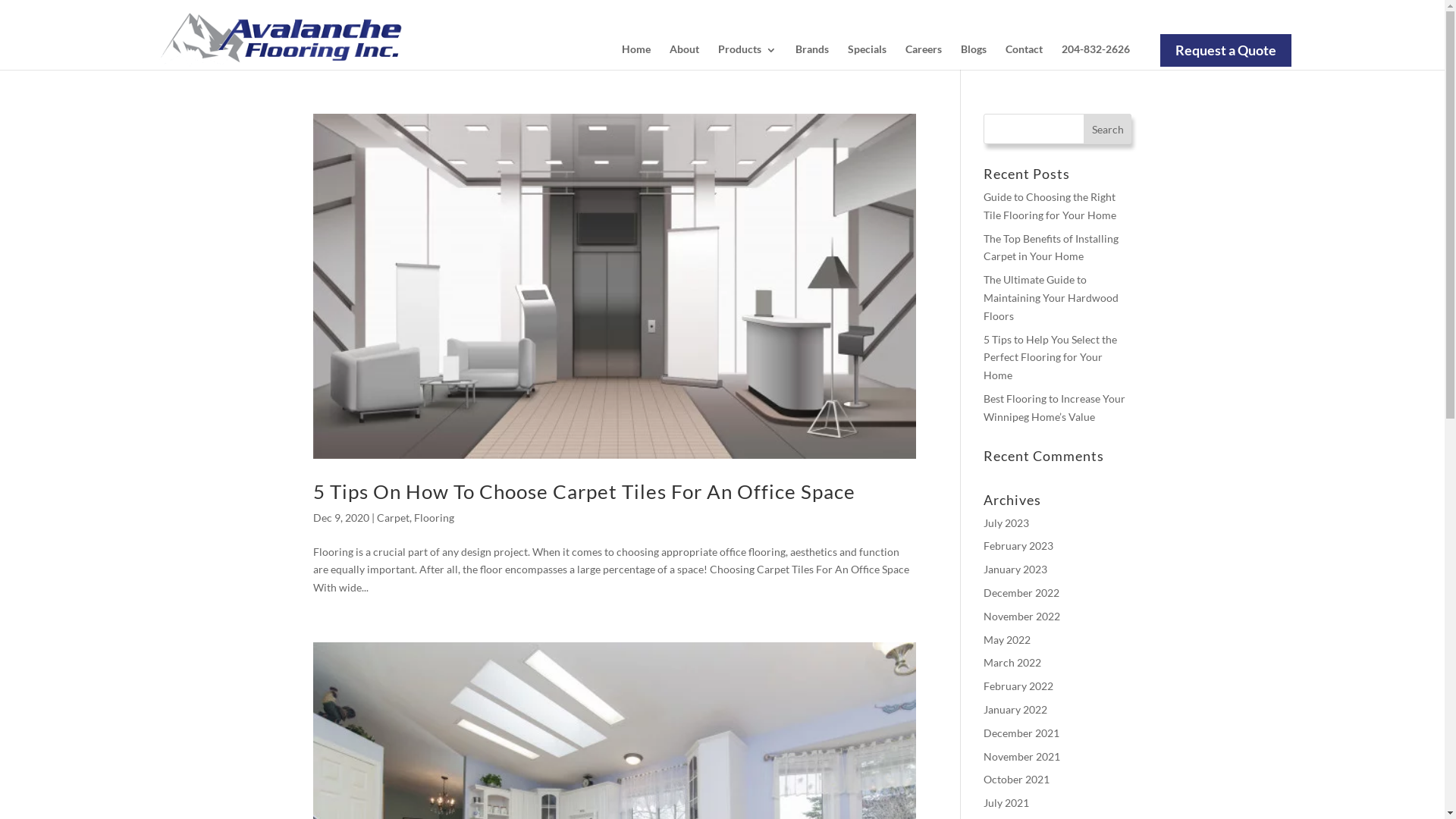 The height and width of the screenshot is (819, 1456). I want to click on '204-832-2626', so click(1061, 51).